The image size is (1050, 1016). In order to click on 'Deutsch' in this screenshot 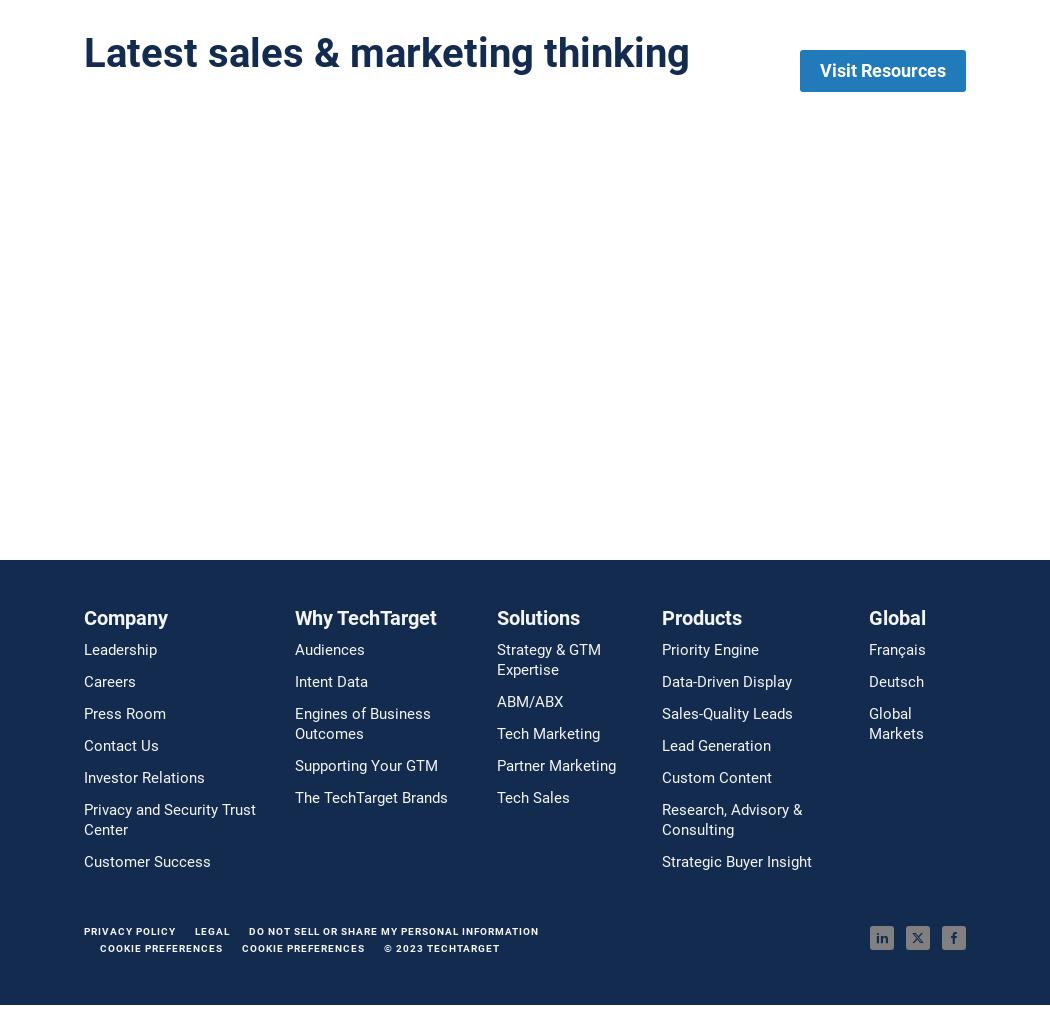, I will do `click(894, 681)`.